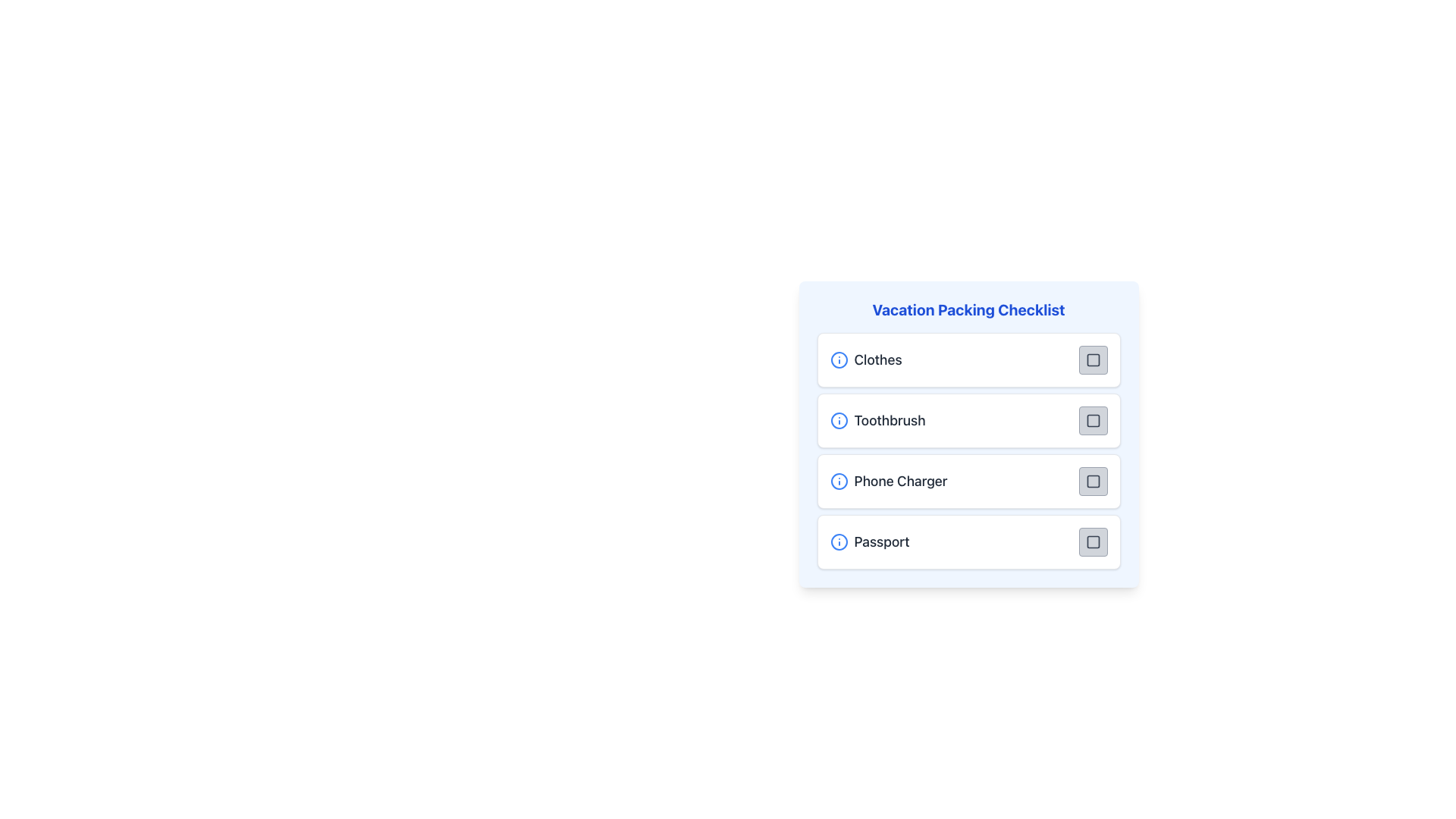 The width and height of the screenshot is (1456, 819). I want to click on the 'Phone Charger' list item in the 'Vacation Packing Checklist' to highlight it, so click(888, 482).